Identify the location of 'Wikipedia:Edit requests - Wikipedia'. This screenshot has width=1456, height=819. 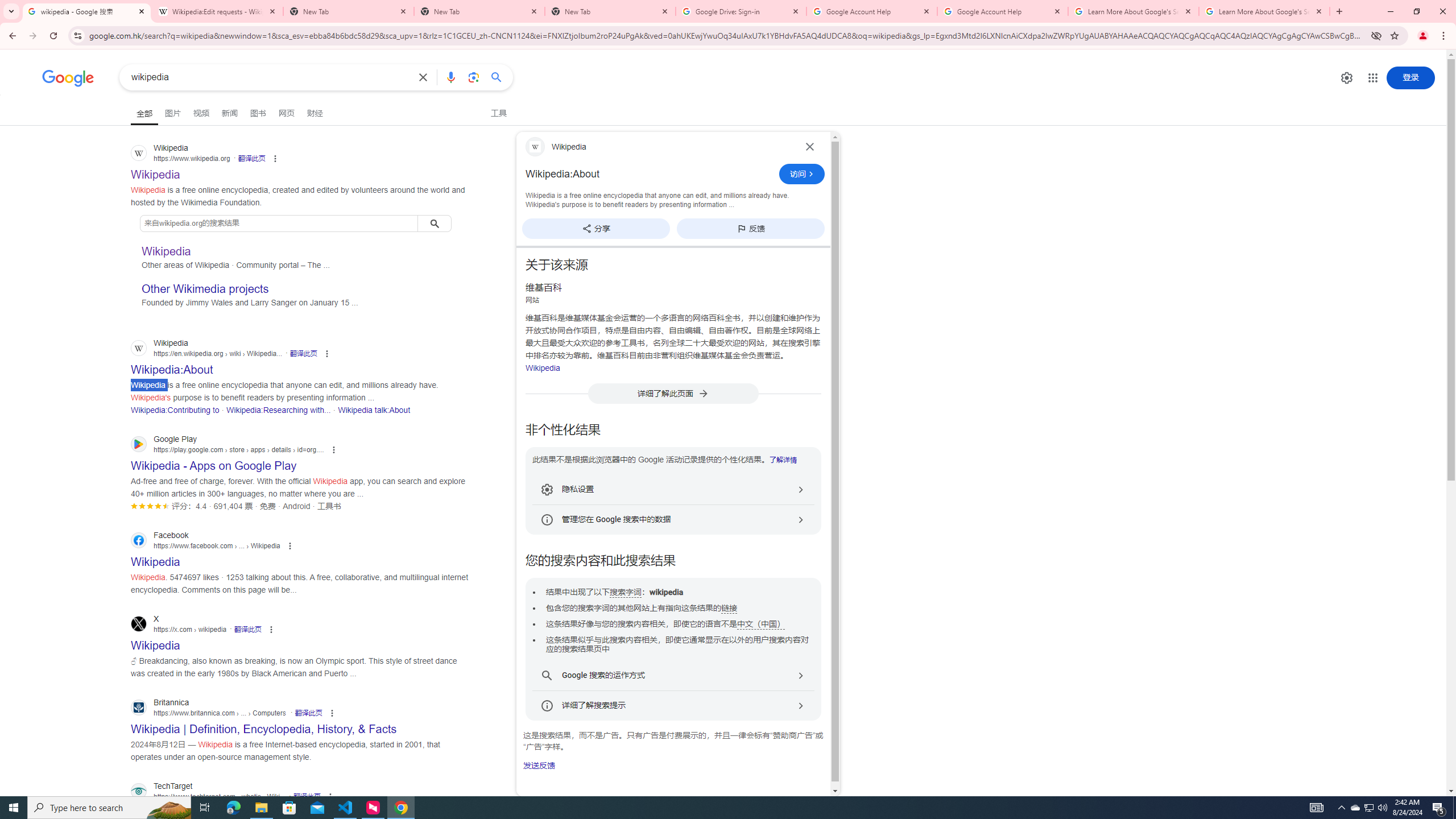
(217, 11).